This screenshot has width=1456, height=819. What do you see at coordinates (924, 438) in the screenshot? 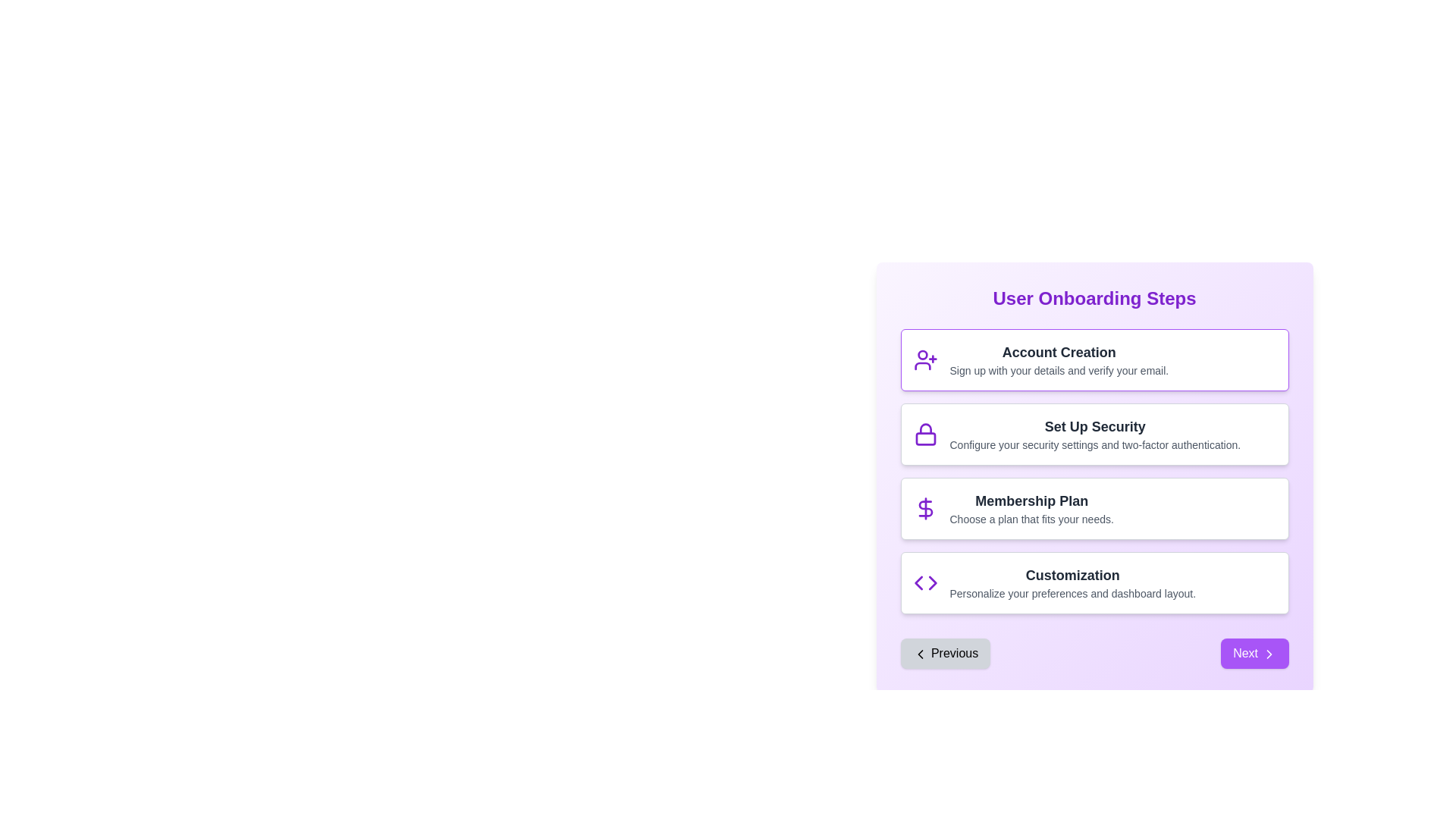
I see `the central part of the lock icon, which symbolizes security and is located in the 'Set Up Security' group of the user onboarding steps` at bounding box center [924, 438].